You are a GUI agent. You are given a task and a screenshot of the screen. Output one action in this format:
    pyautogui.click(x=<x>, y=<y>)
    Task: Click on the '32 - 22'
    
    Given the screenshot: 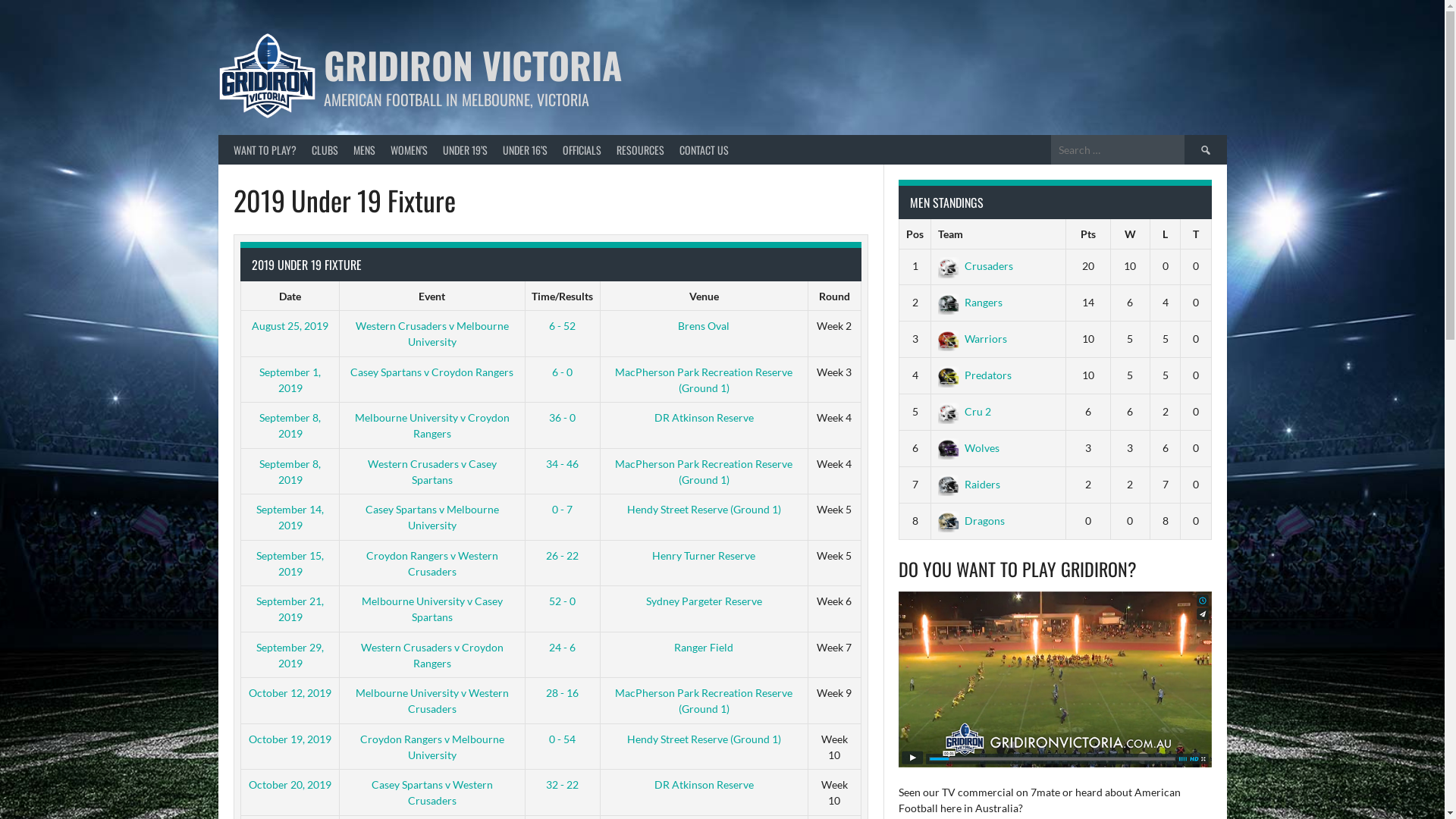 What is the action you would take?
    pyautogui.click(x=561, y=784)
    